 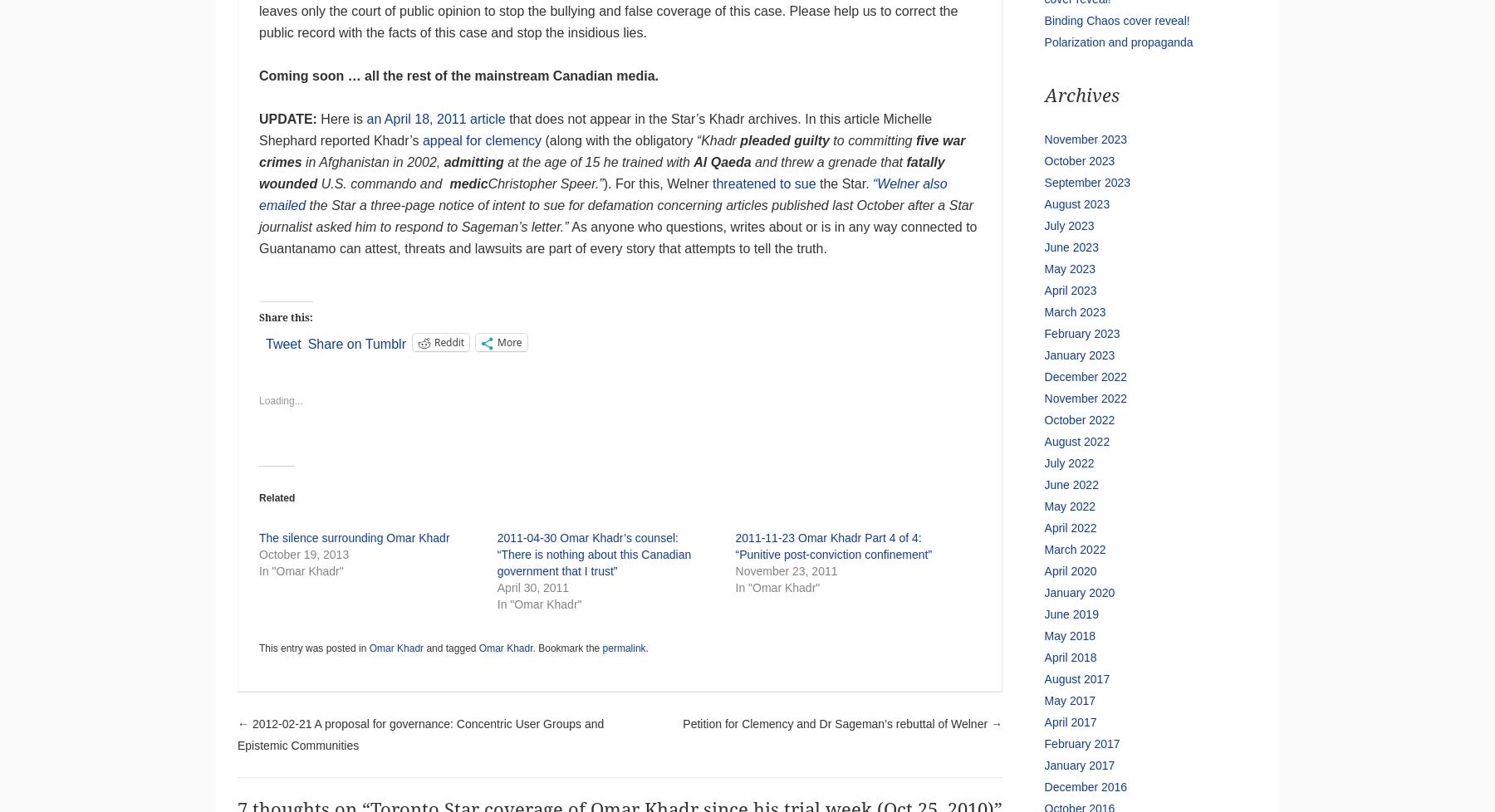 What do you see at coordinates (1070, 290) in the screenshot?
I see `'April 2023'` at bounding box center [1070, 290].